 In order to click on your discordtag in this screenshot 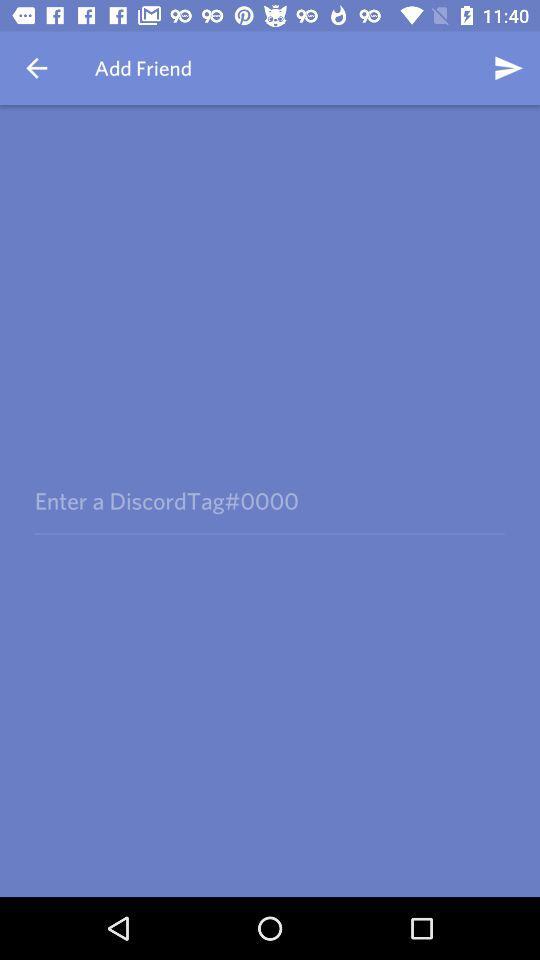, I will do `click(269, 500)`.